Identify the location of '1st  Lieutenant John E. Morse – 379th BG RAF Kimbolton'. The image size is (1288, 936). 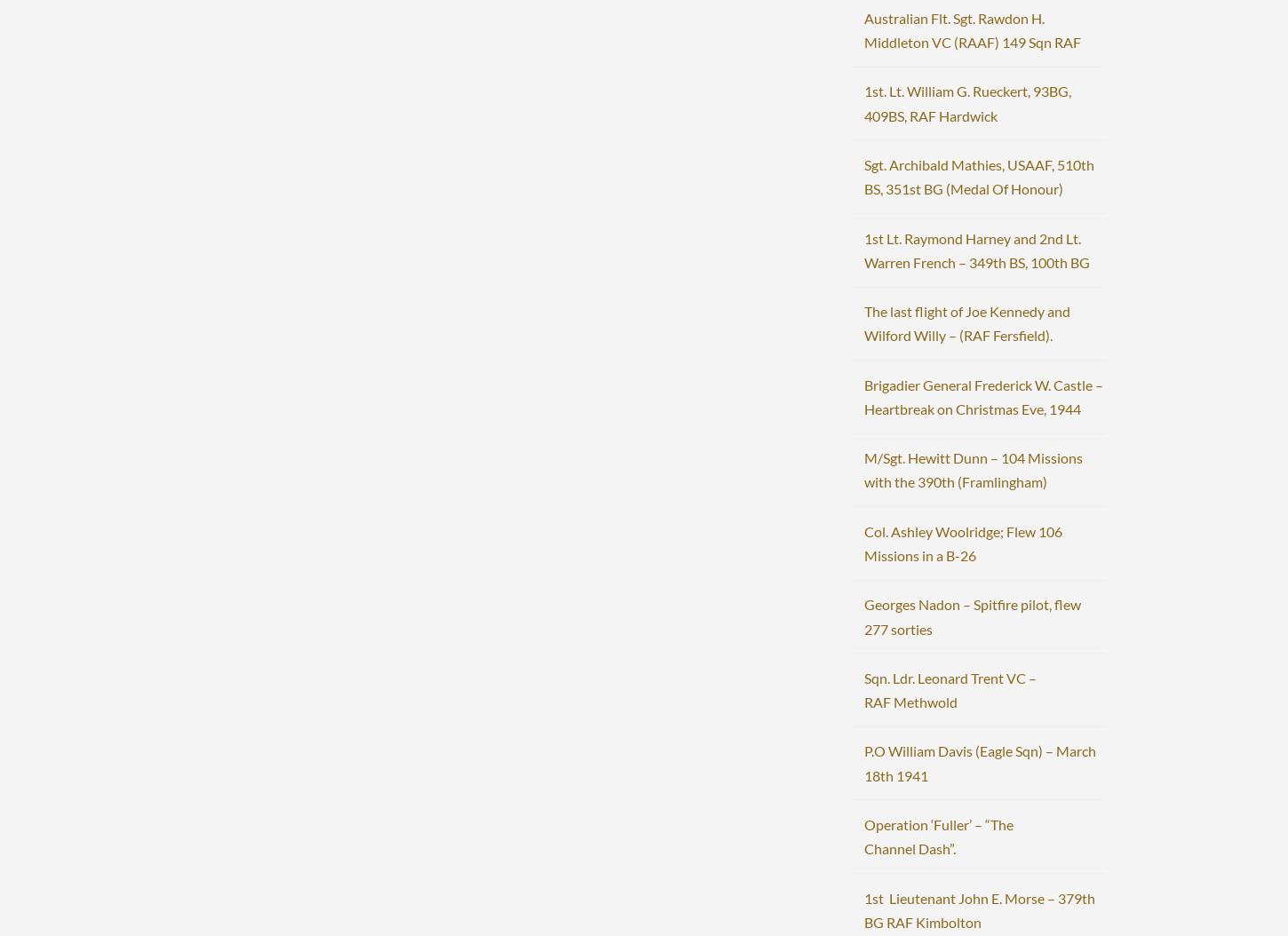
(978, 908).